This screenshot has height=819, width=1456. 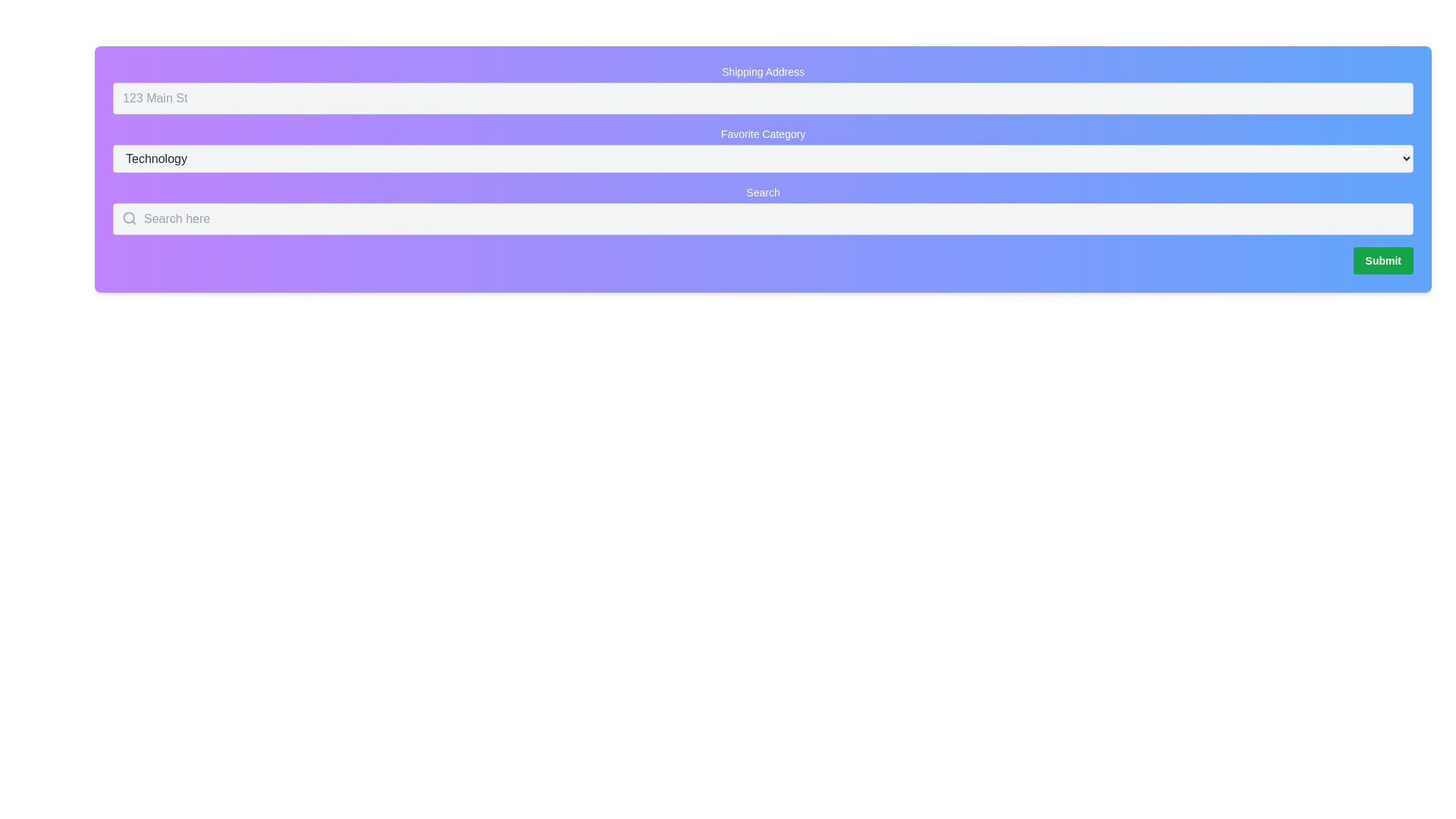 I want to click on text label displaying 'Favorite Category', which is positioned above the dropdown menu in the form segment, so click(x=763, y=133).